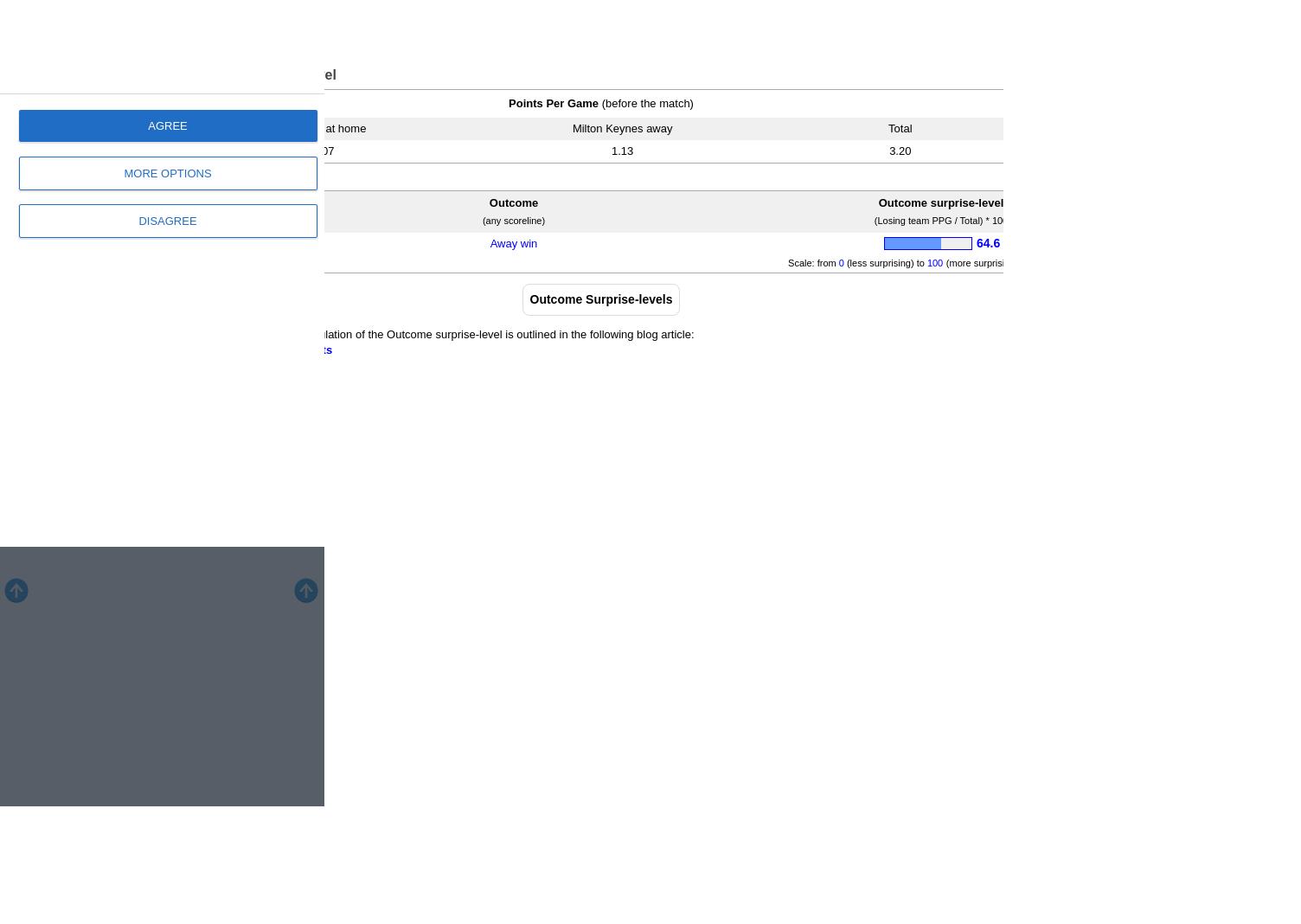  Describe the element at coordinates (322, 150) in the screenshot. I see `'2.07'` at that location.